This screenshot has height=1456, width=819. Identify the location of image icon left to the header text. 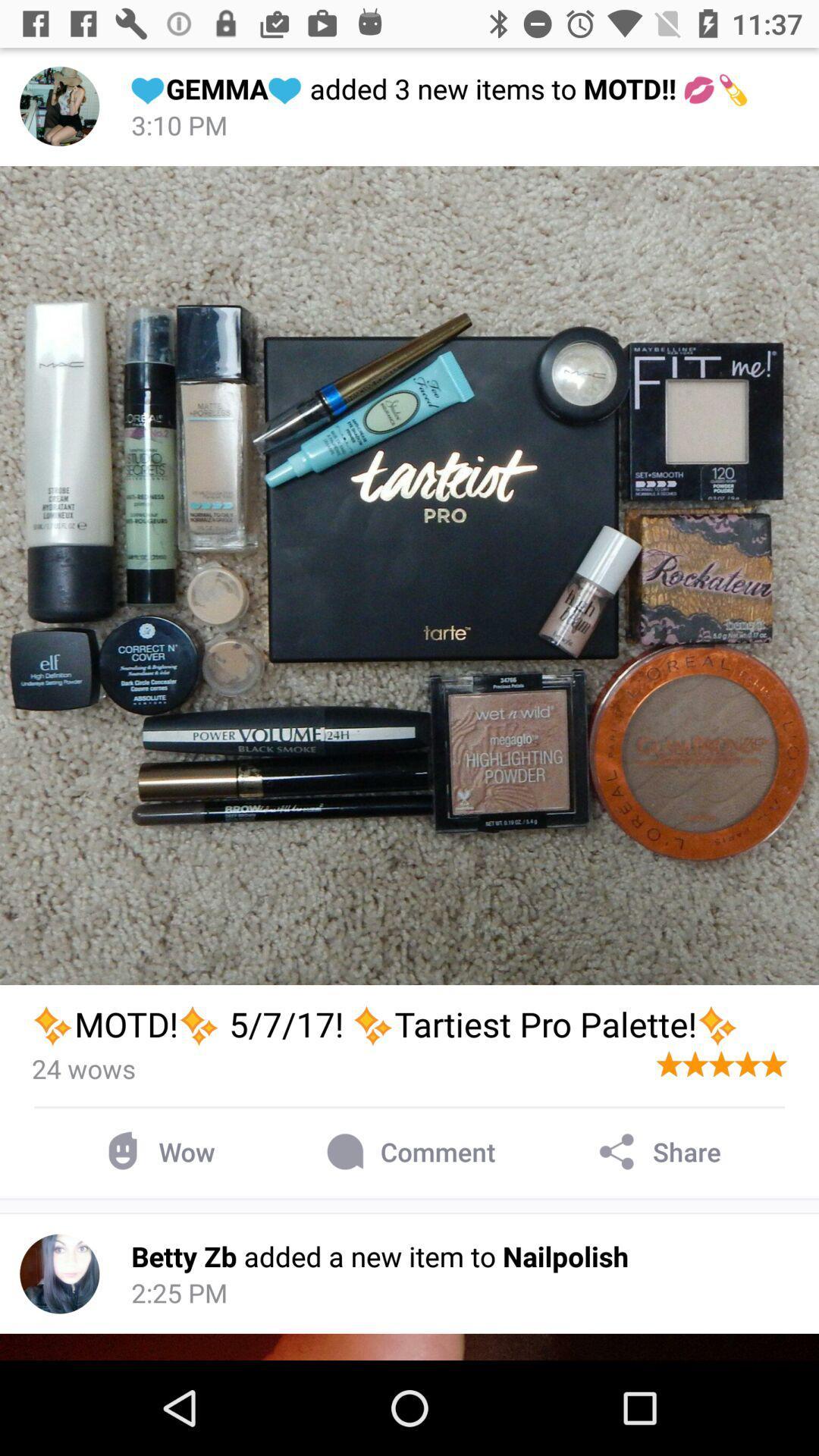
(58, 105).